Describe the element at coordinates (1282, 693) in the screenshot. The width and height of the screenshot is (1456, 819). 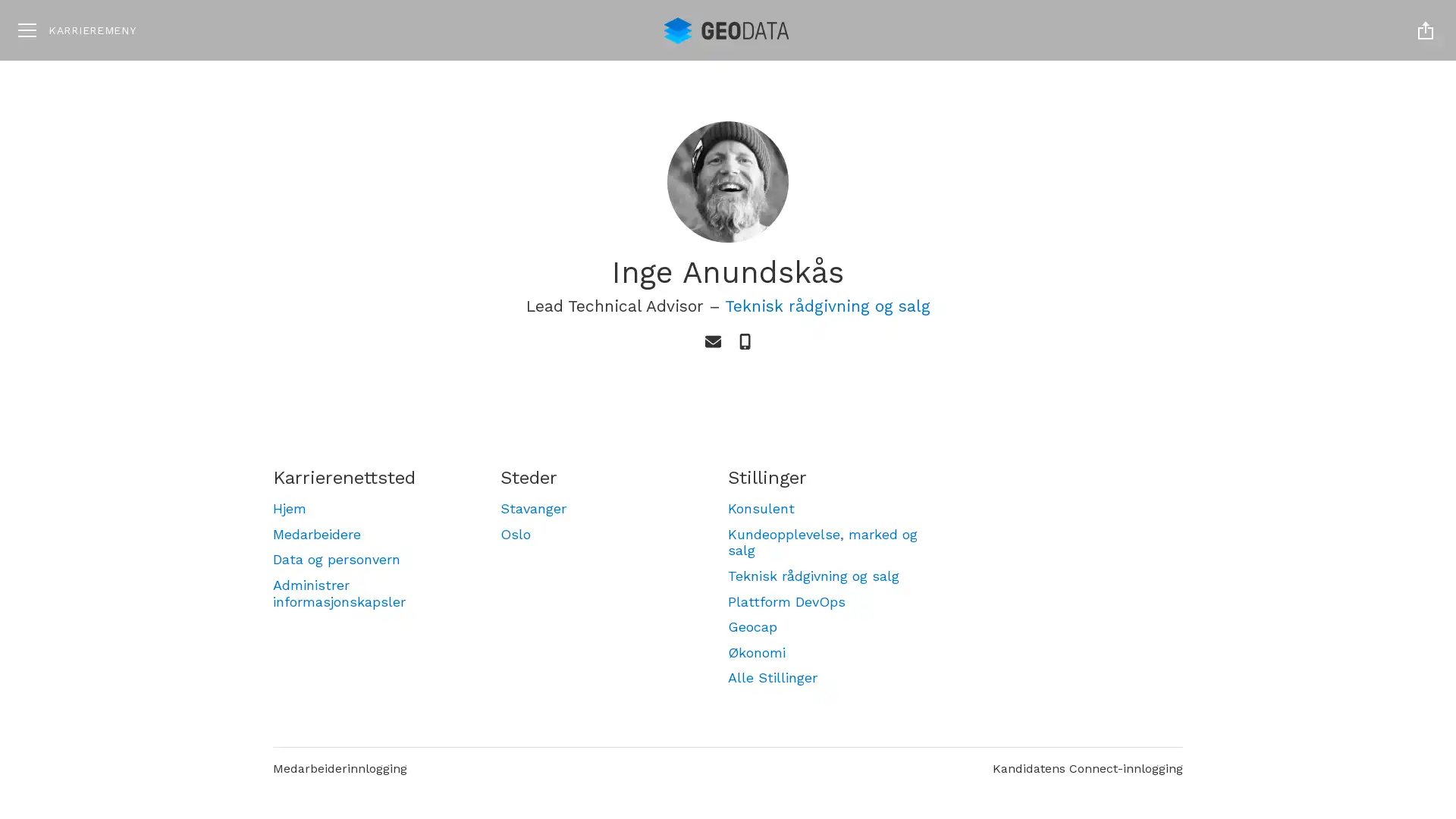
I see `Deaktivere alle` at that location.